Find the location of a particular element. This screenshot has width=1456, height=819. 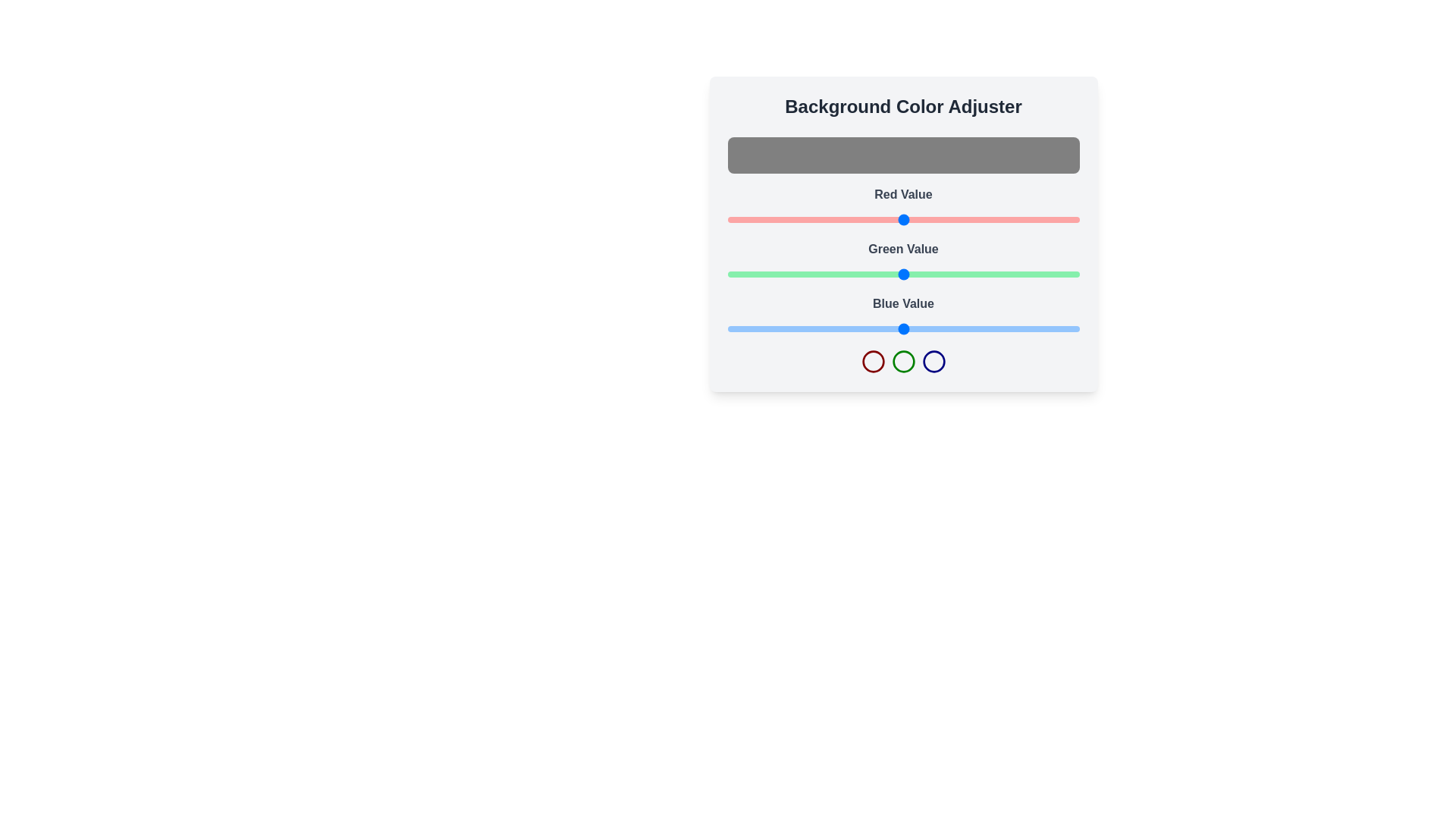

the blue slider to set the blue value to 15 is located at coordinates (748, 328).